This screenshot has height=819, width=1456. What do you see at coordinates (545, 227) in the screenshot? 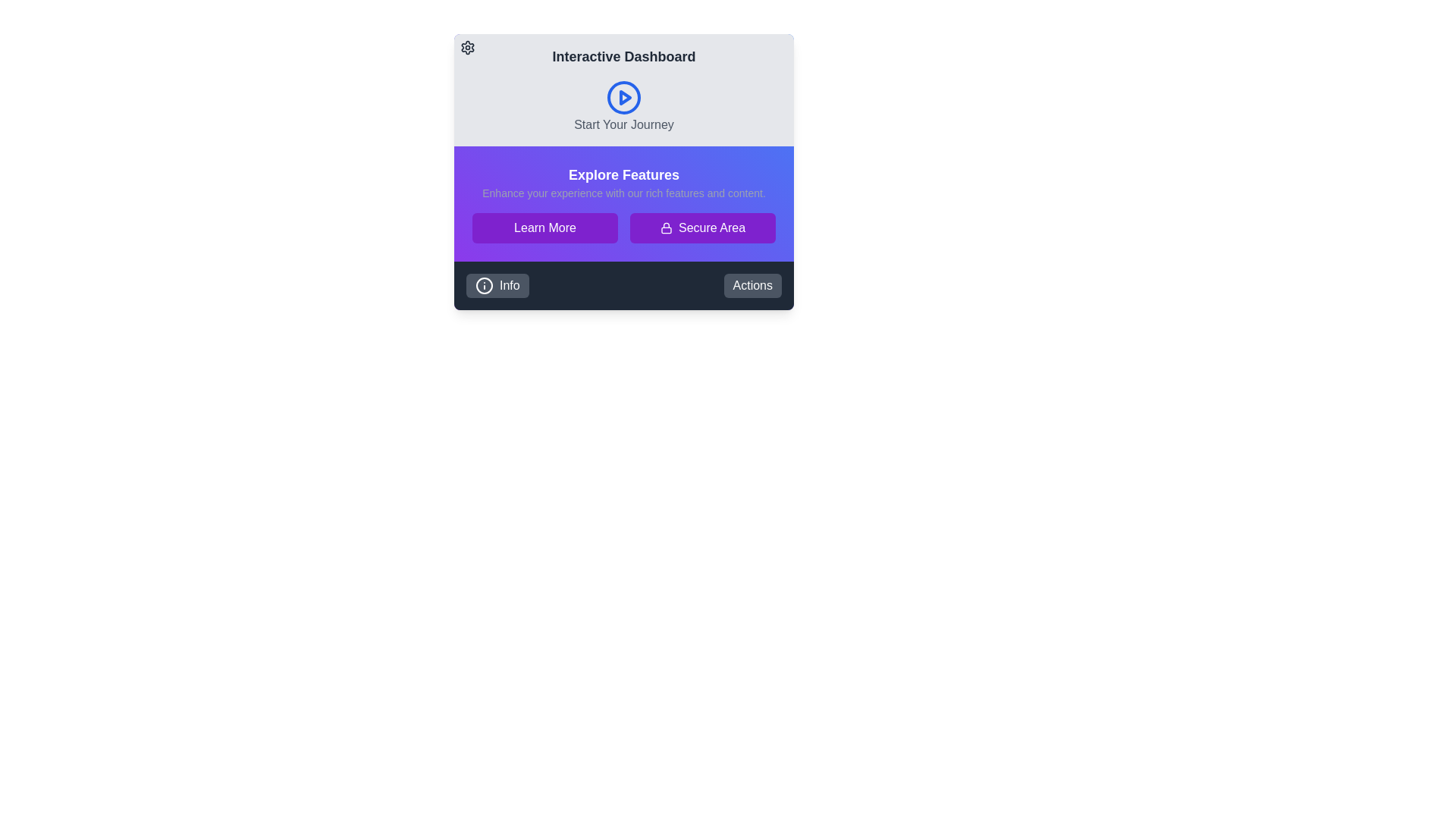
I see `the 'Learn More' button which is a purple rectangular button with rounded corners, located in the middle section of the card-like widget` at bounding box center [545, 227].